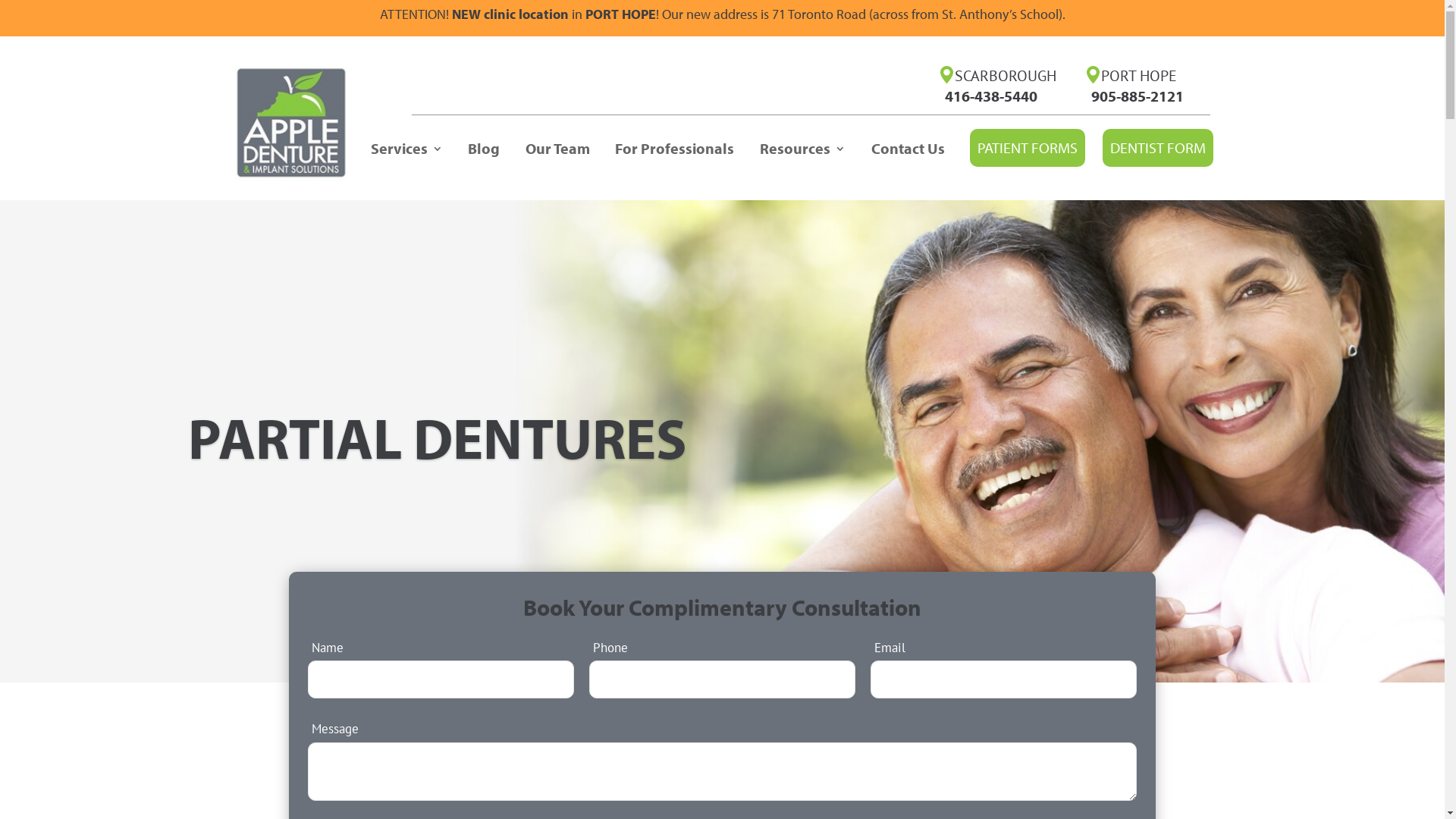 The image size is (1456, 819). Describe the element at coordinates (370, 155) in the screenshot. I see `'Services'` at that location.